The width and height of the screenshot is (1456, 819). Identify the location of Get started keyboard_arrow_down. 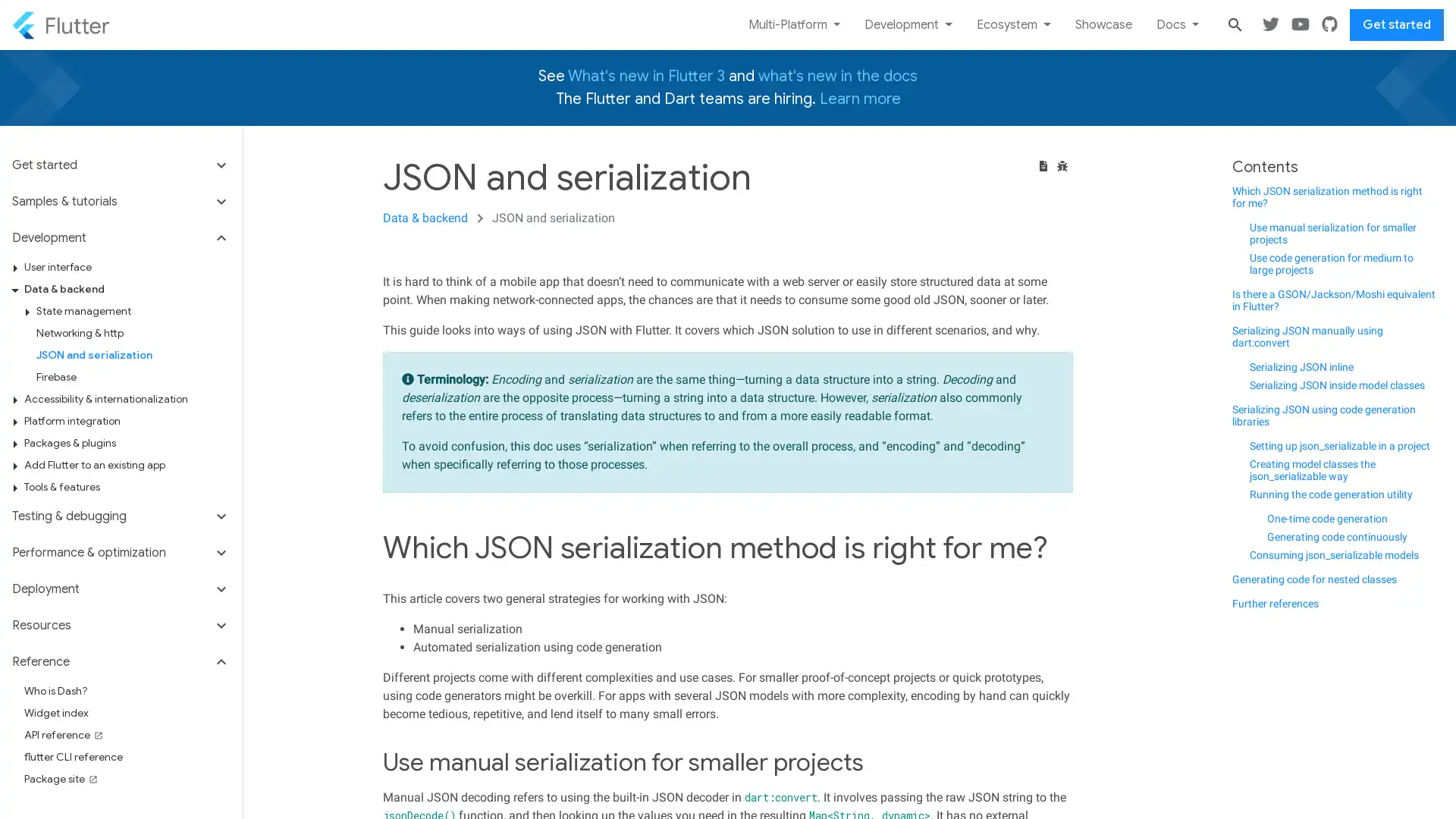
(120, 169).